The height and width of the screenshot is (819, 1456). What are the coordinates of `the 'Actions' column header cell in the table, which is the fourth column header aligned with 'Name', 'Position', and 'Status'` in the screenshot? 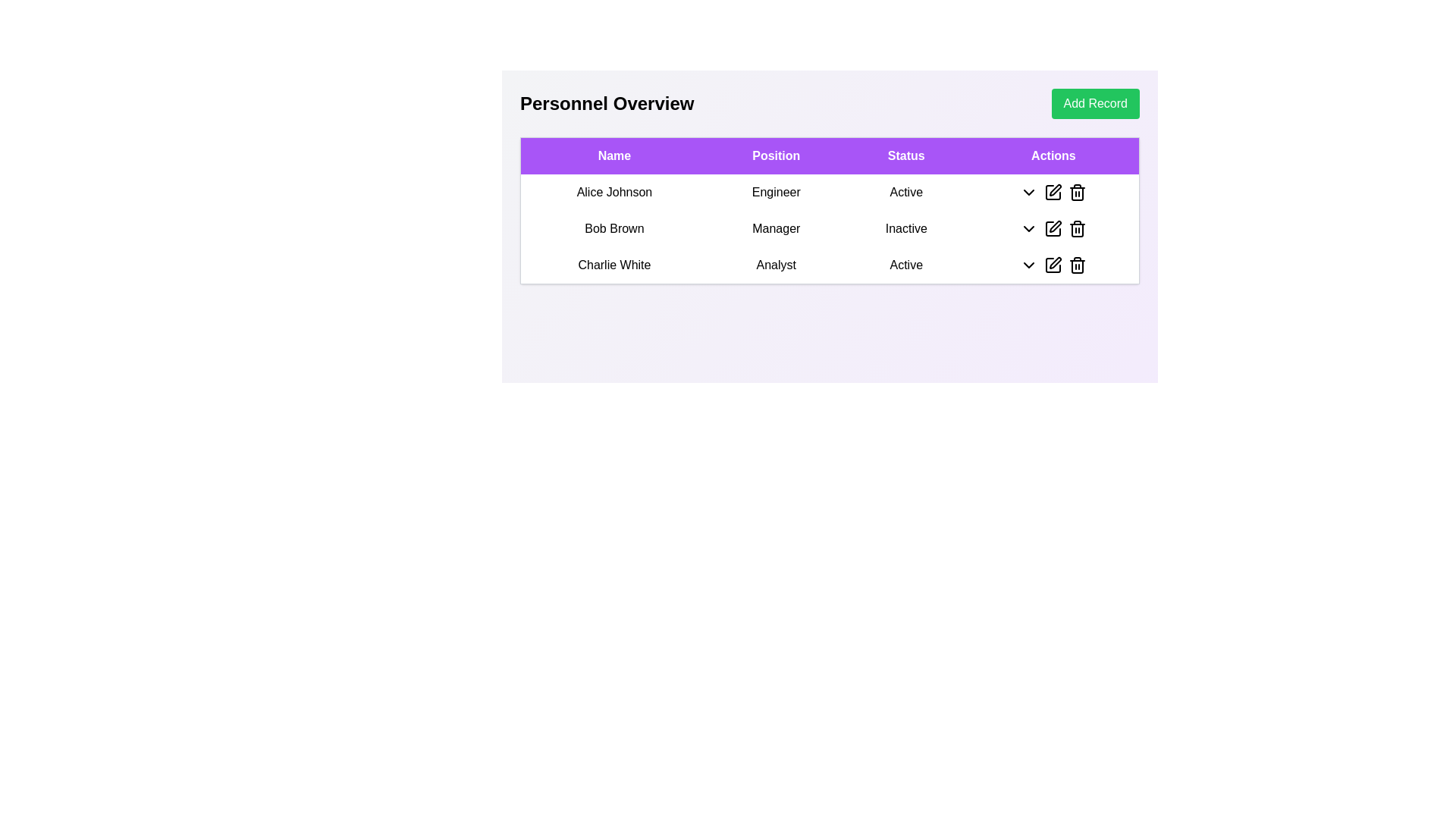 It's located at (1053, 155).